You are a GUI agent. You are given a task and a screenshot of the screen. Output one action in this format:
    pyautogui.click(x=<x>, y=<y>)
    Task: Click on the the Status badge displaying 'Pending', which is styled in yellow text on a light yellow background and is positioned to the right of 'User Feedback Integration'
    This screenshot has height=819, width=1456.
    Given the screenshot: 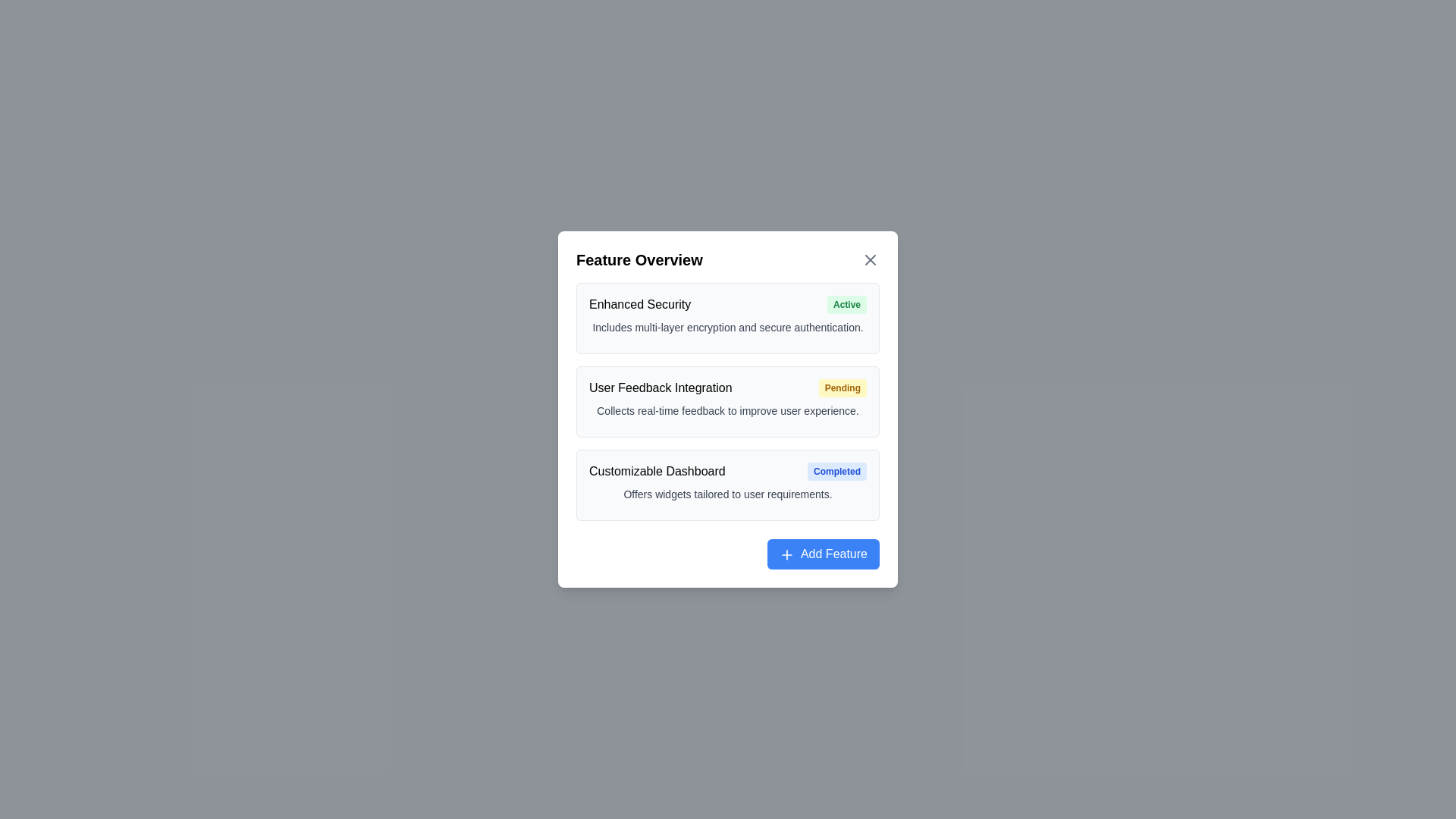 What is the action you would take?
    pyautogui.click(x=842, y=388)
    